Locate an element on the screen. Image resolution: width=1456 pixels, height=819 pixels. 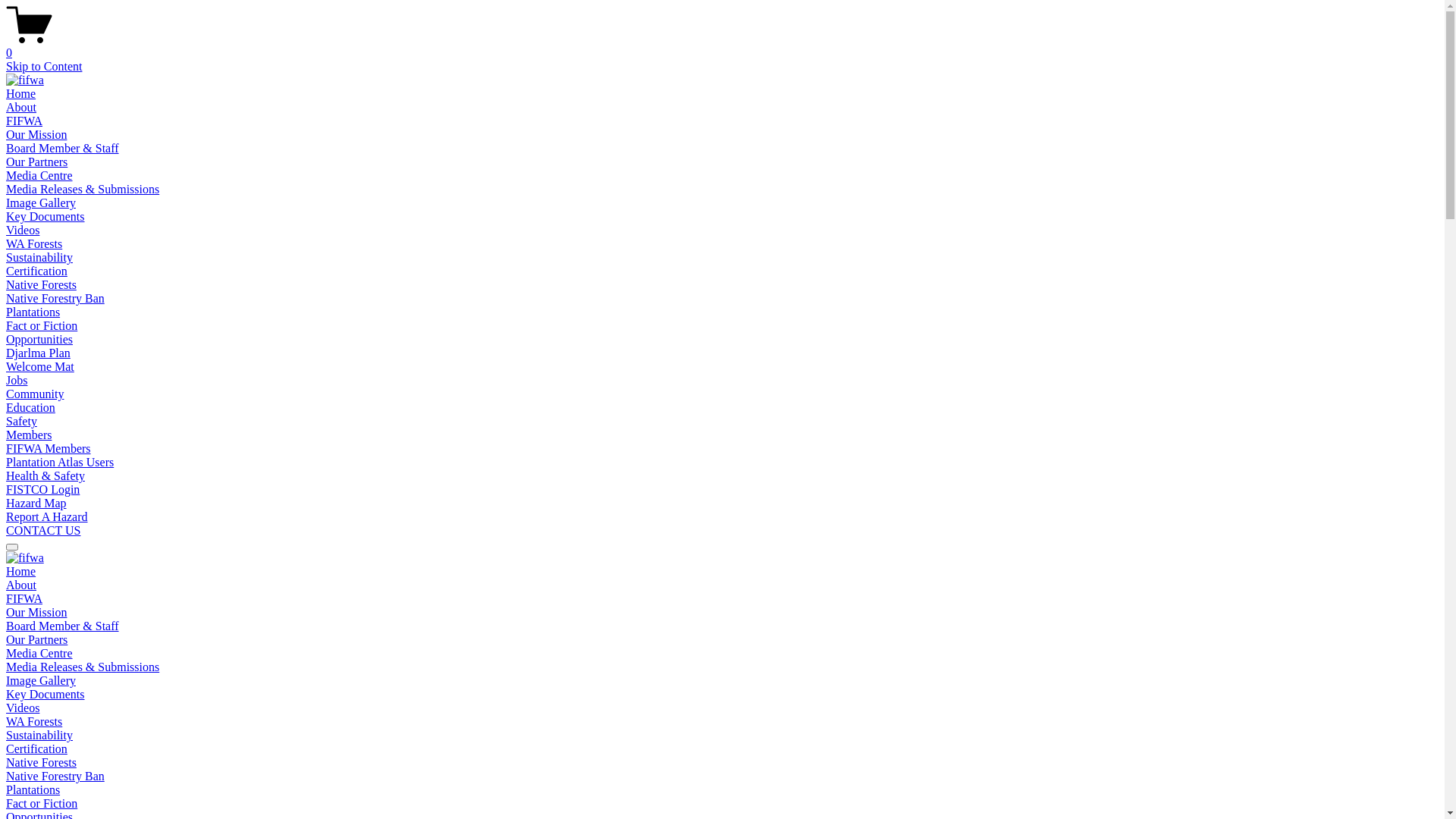
'Report A Hazard' is located at coordinates (6, 516).